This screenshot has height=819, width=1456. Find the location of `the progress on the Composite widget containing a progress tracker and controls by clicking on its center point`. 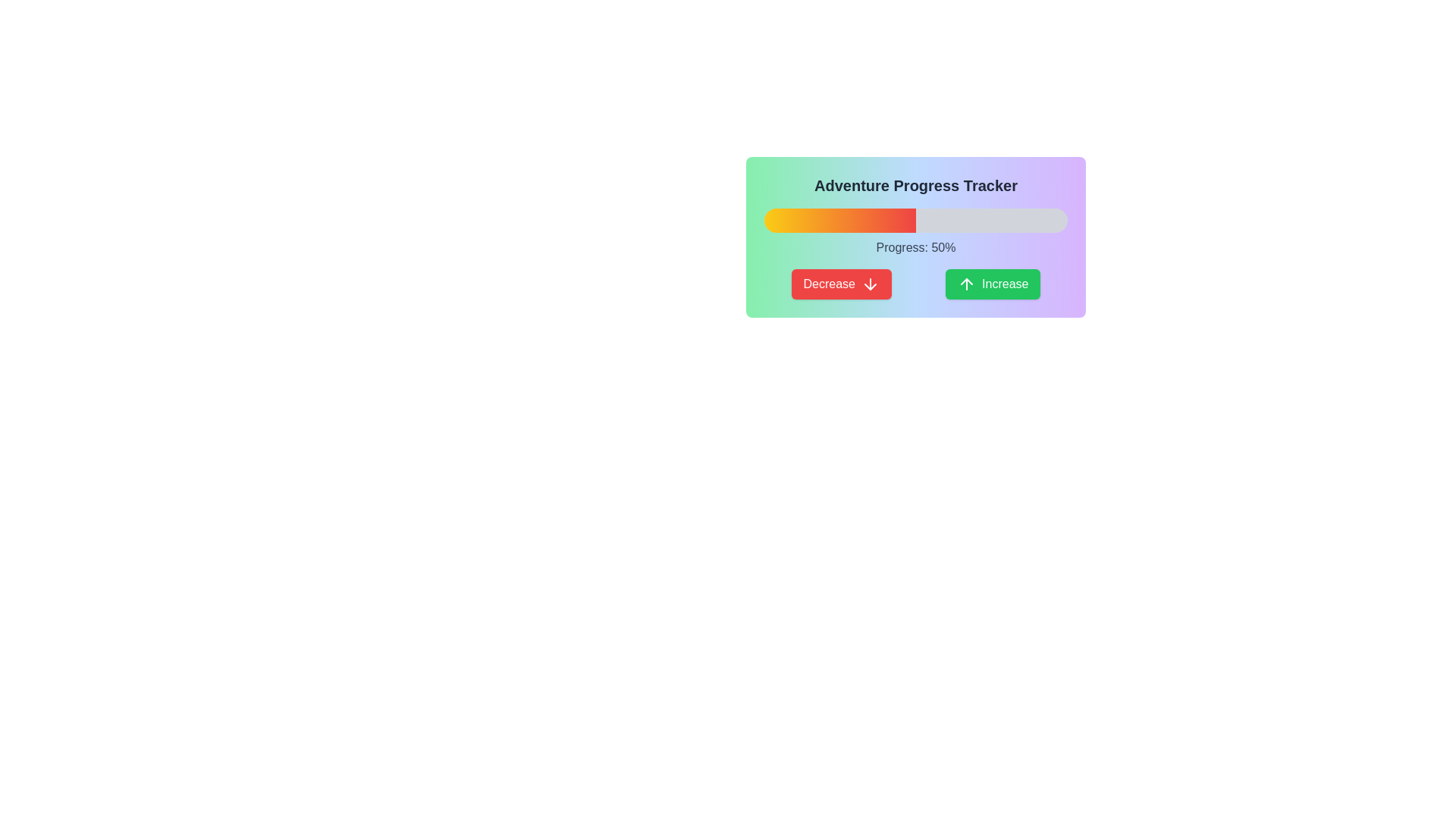

the progress on the Composite widget containing a progress tracker and controls by clicking on its center point is located at coordinates (915, 237).